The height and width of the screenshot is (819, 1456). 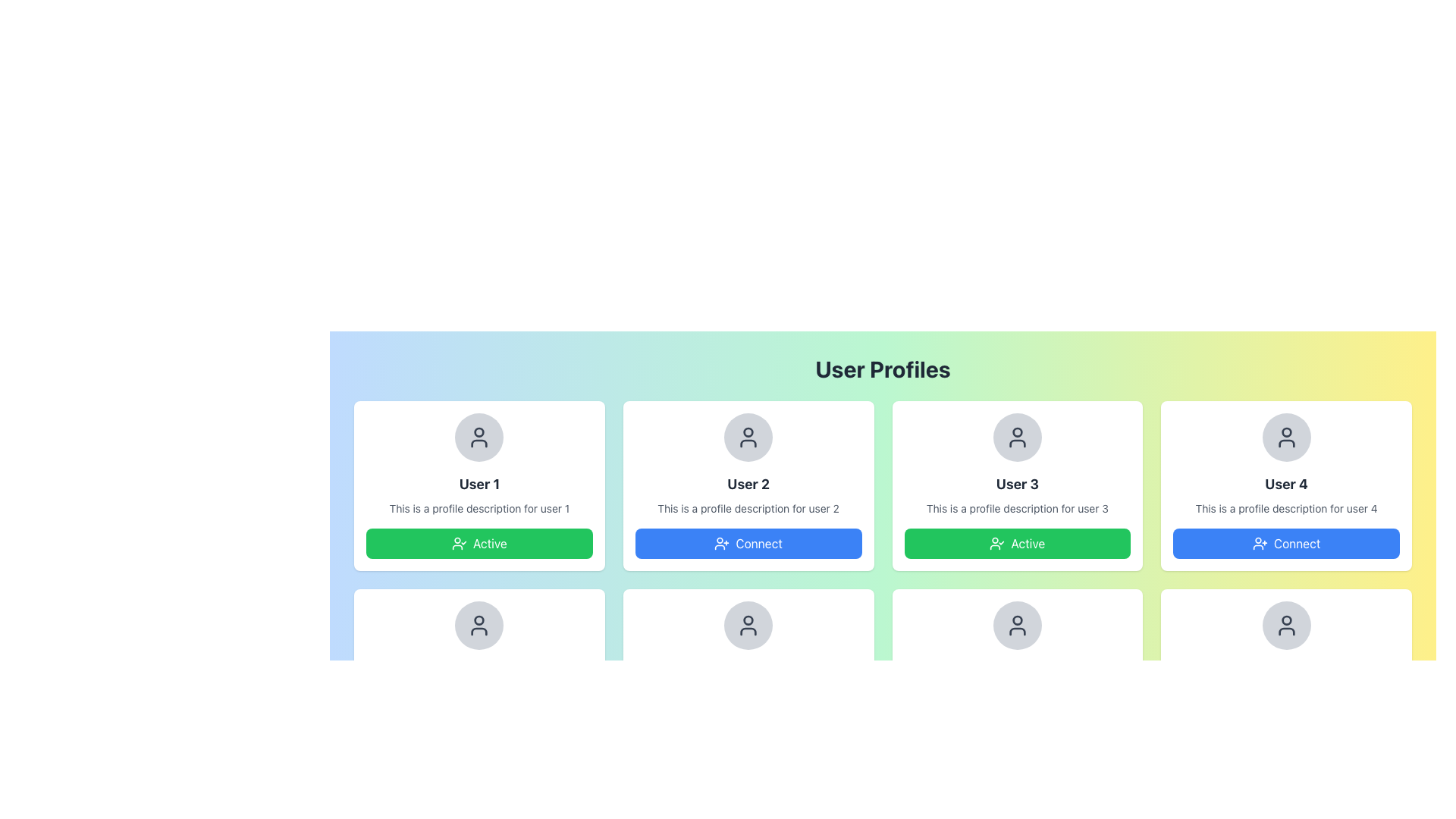 What do you see at coordinates (479, 509) in the screenshot?
I see `the text providing a brief description of 'User 1', located directly below the title 'User 1' and above the green 'Active' button in the profile card for 'User 1'` at bounding box center [479, 509].